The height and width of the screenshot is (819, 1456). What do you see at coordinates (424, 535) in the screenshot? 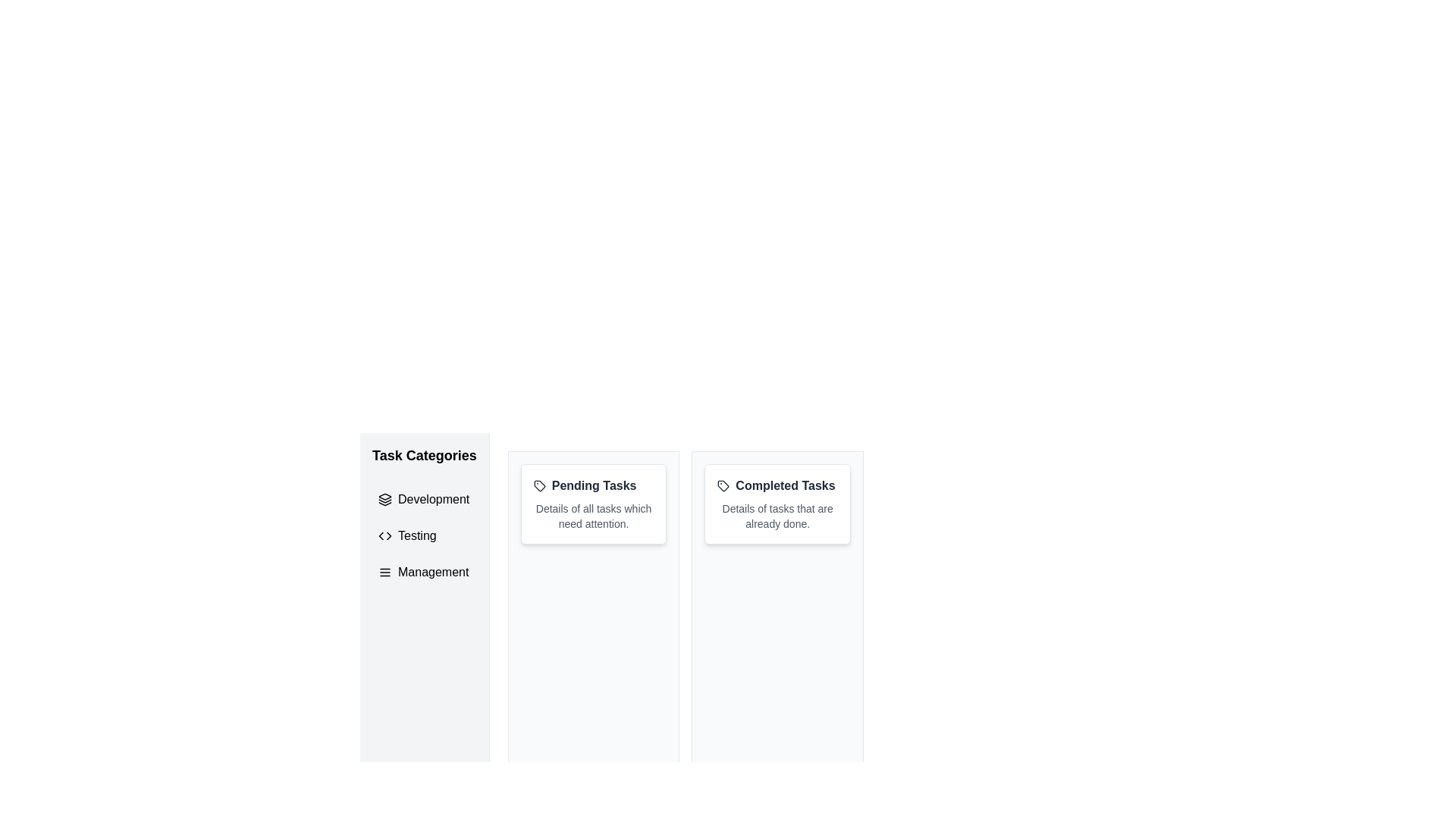
I see `the second menu item in the 'Task Categories' sidebar` at bounding box center [424, 535].